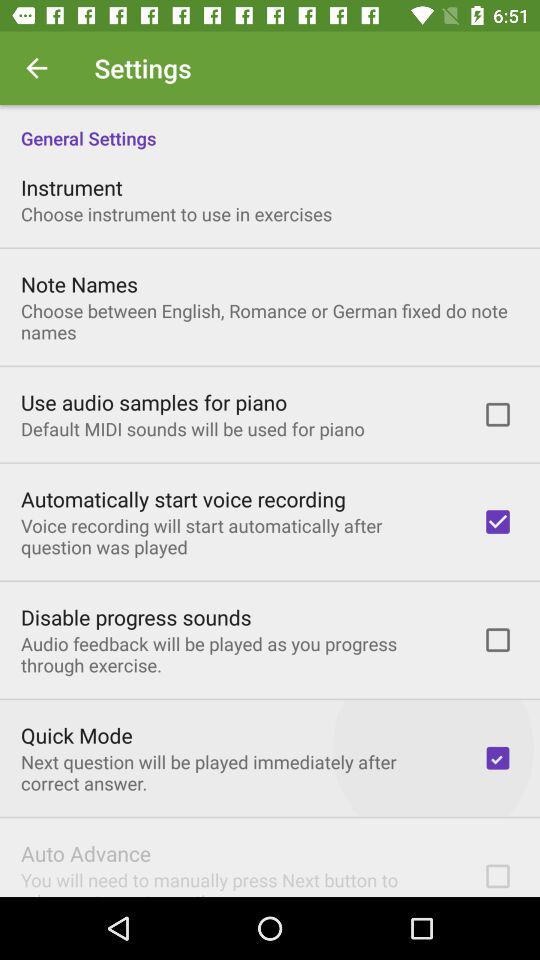  What do you see at coordinates (270, 321) in the screenshot?
I see `the icon below the note names` at bounding box center [270, 321].